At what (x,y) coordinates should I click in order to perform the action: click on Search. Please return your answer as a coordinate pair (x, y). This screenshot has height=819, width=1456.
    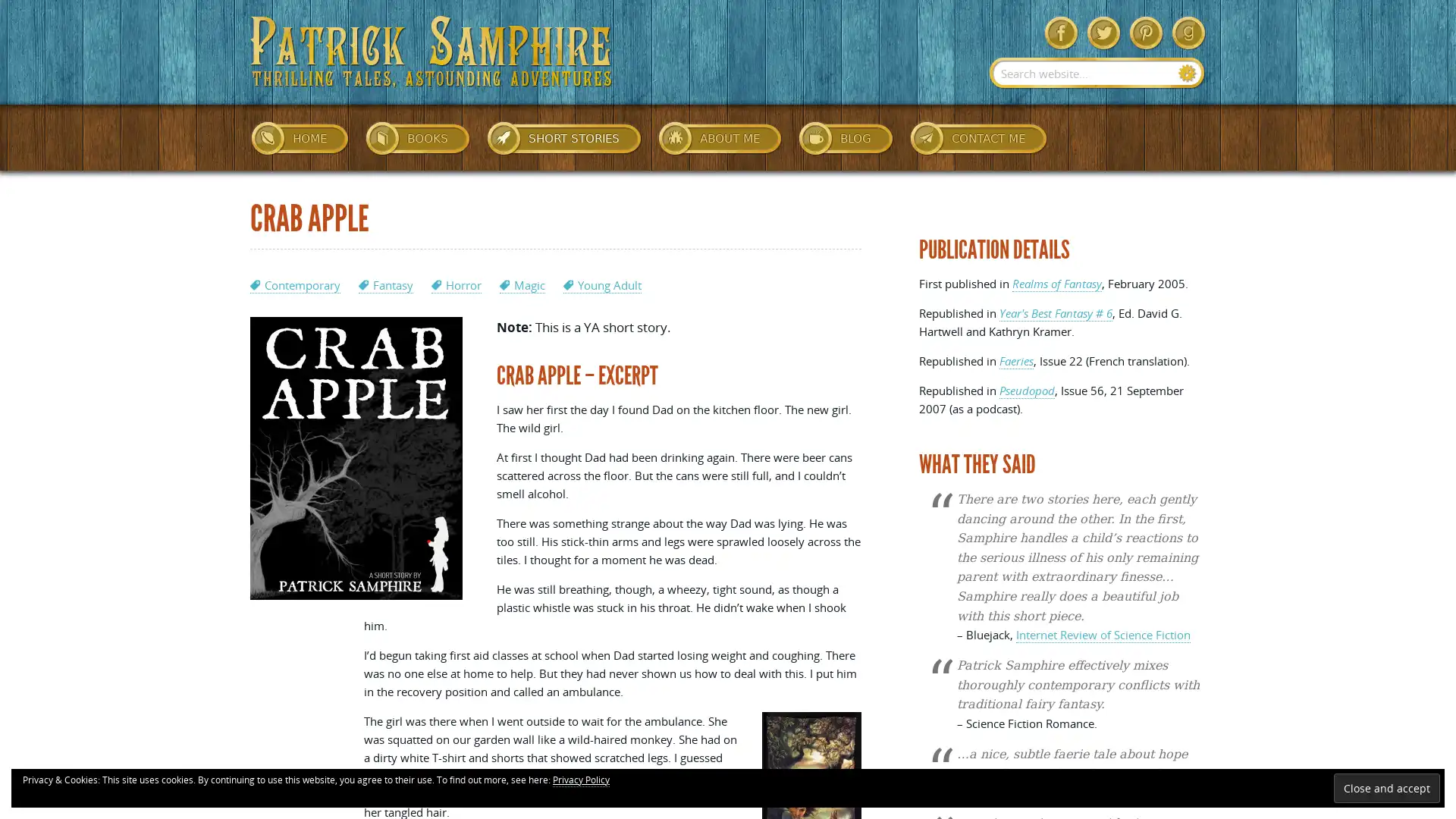
    Looking at the image, I should click on (1187, 73).